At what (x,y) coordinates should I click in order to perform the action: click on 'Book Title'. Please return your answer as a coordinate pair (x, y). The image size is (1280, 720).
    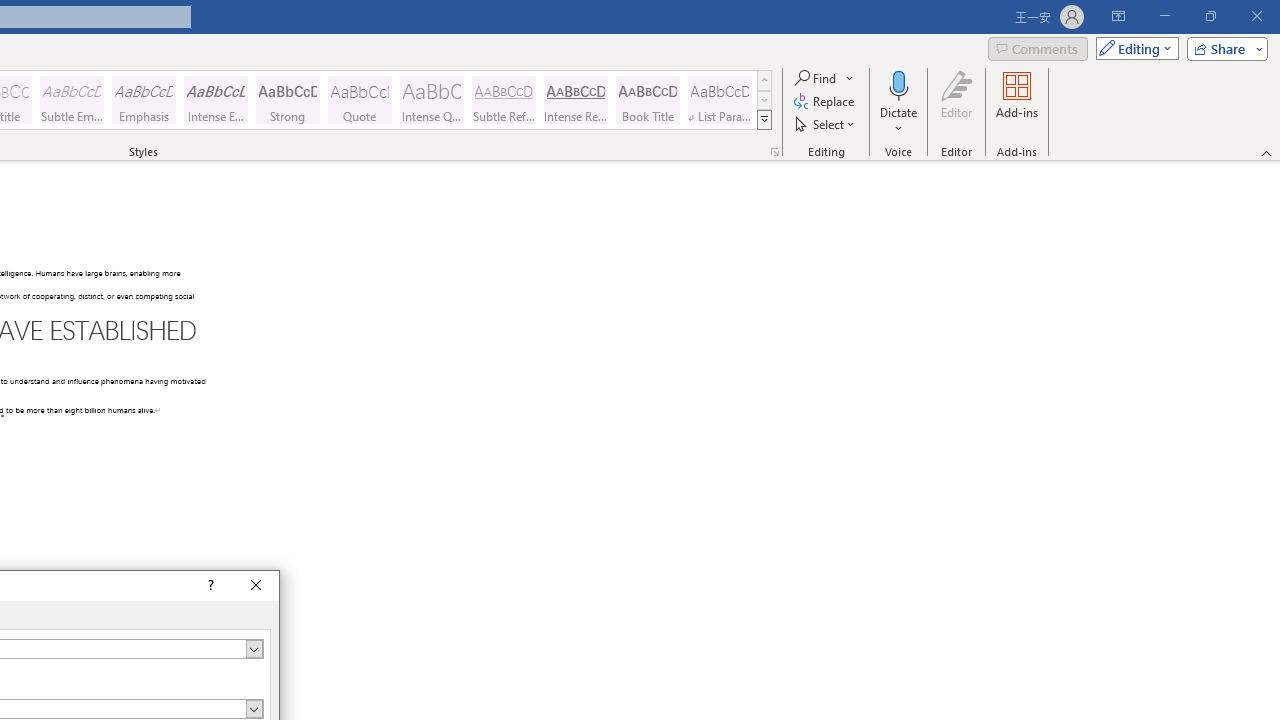
    Looking at the image, I should click on (647, 100).